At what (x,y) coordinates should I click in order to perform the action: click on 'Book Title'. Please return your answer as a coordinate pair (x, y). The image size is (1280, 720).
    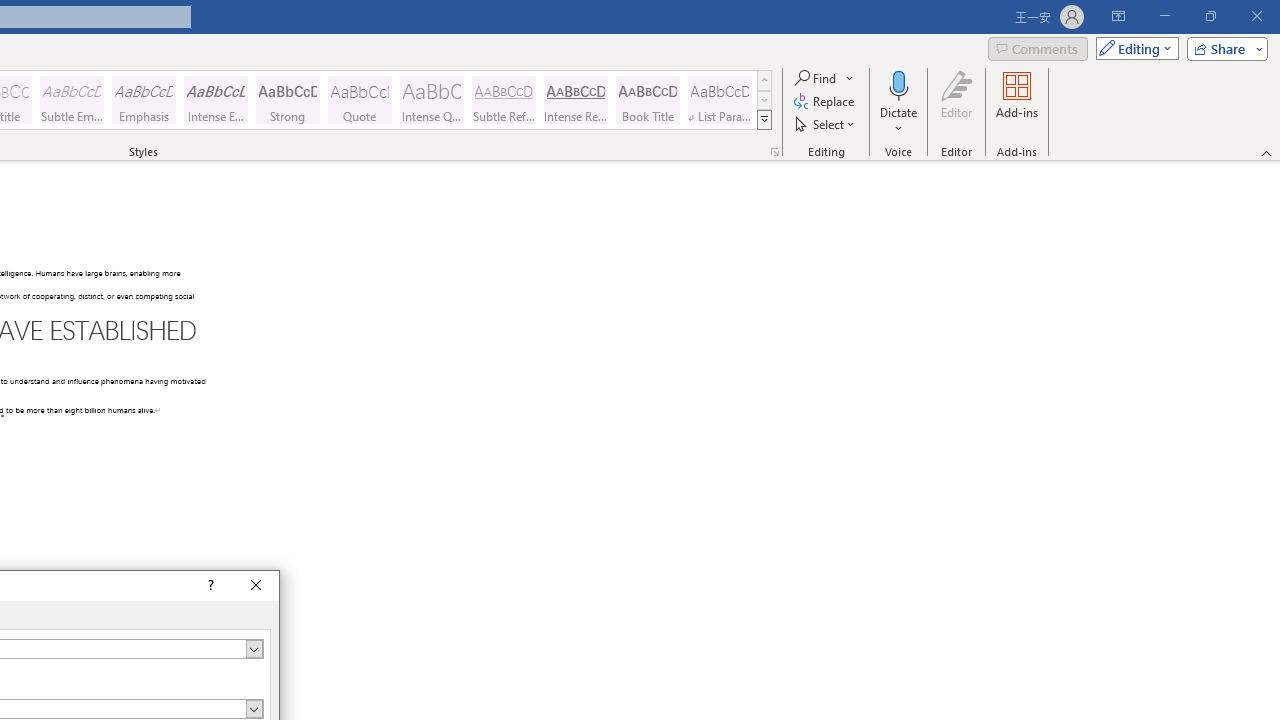
    Looking at the image, I should click on (647, 100).